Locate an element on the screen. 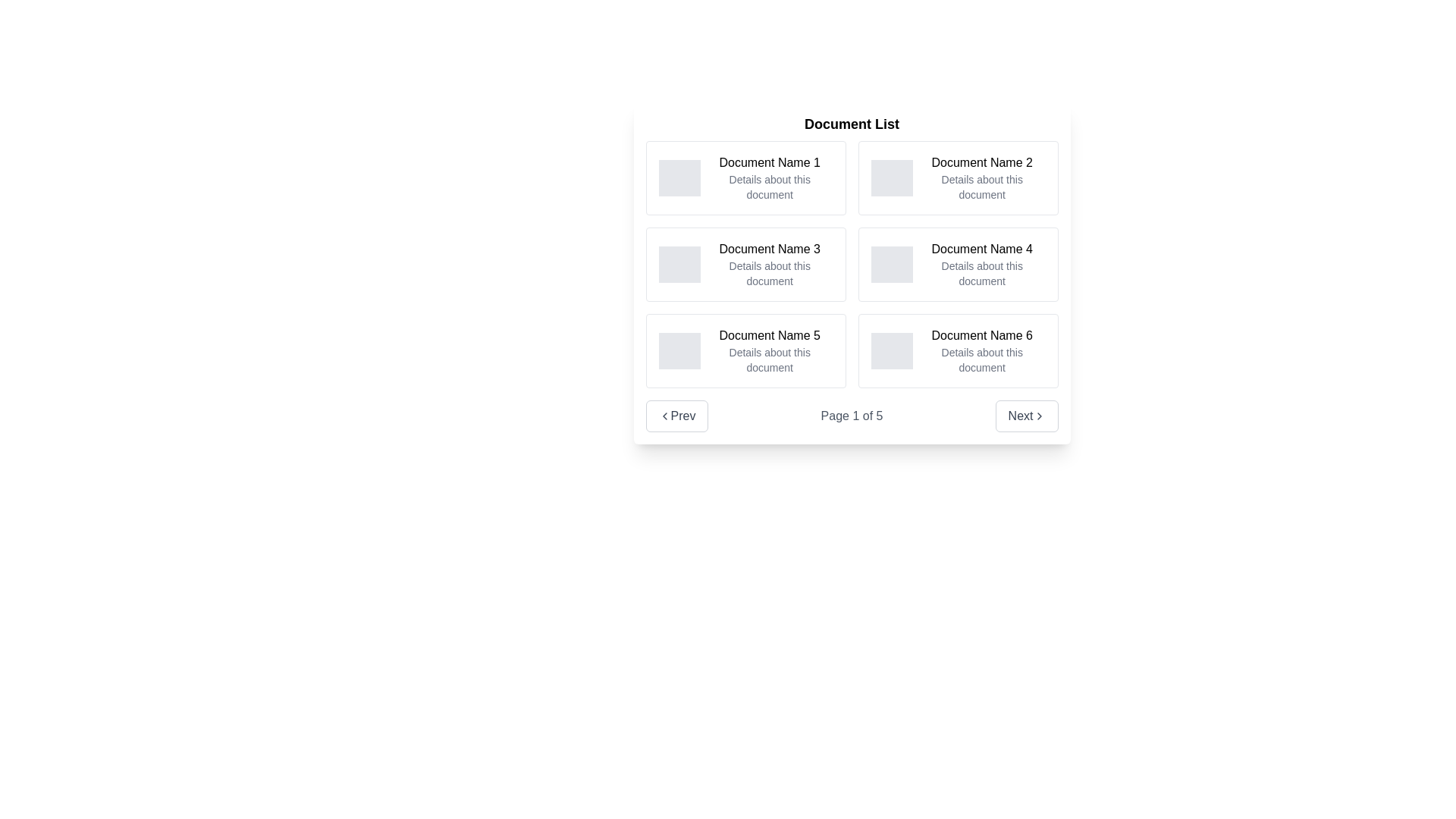 Image resolution: width=1456 pixels, height=819 pixels. the text label component providing supportive details related to 'Document Name 1', located in the top-left card of a 2x3 grid layout is located at coordinates (770, 186).